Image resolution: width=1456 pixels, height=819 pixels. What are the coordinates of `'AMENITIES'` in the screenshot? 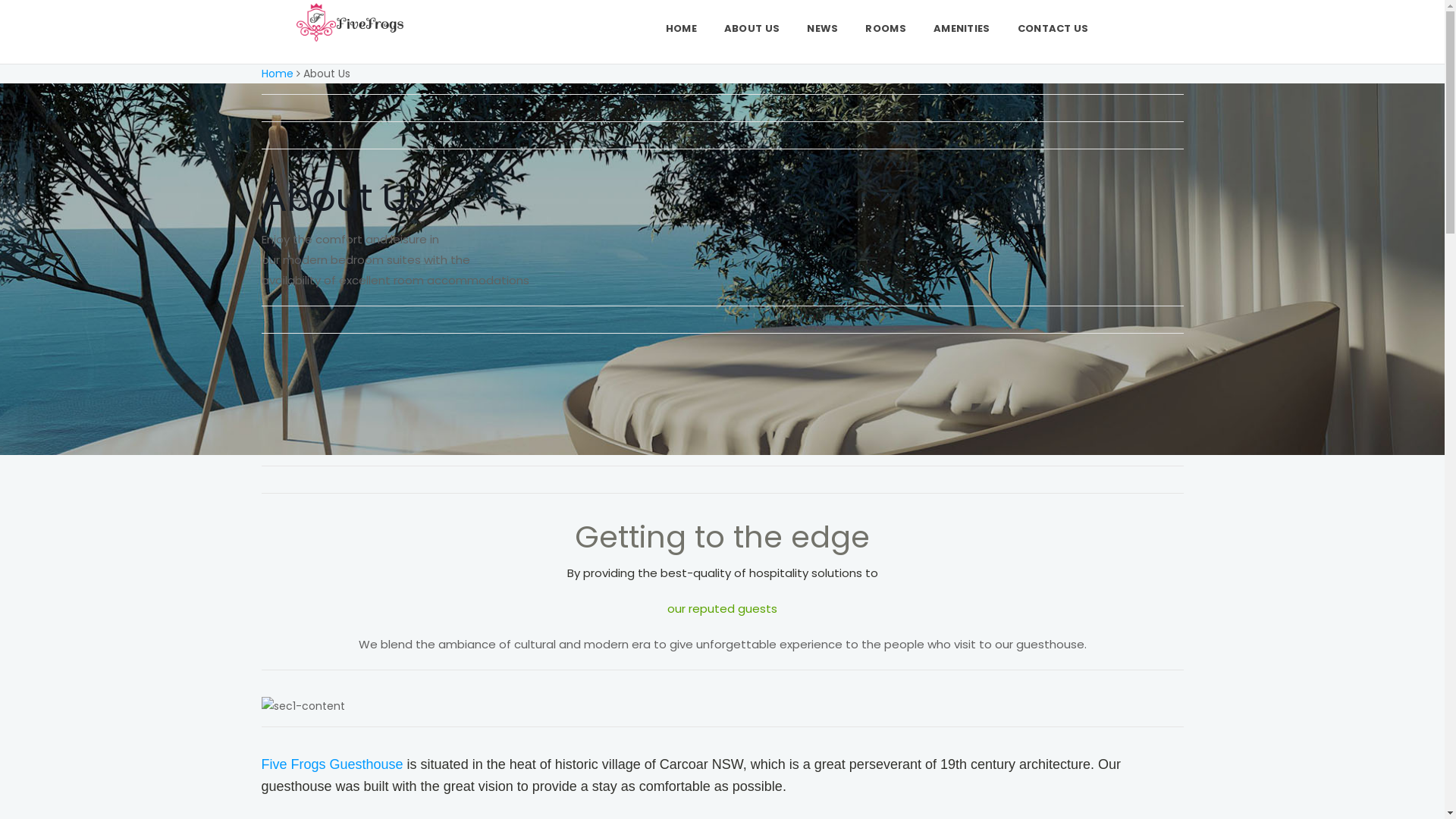 It's located at (919, 28).